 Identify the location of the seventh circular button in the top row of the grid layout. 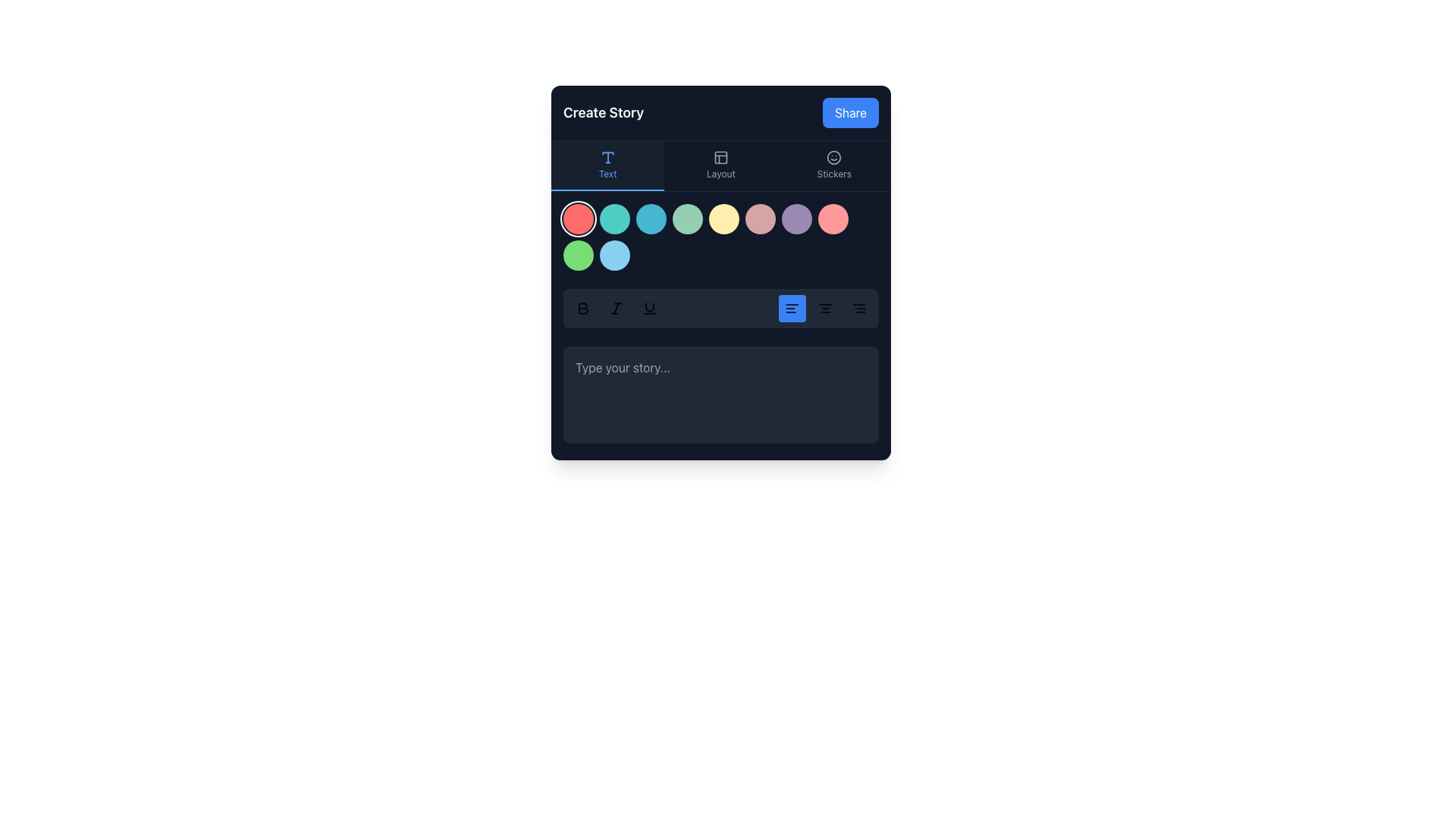
(796, 219).